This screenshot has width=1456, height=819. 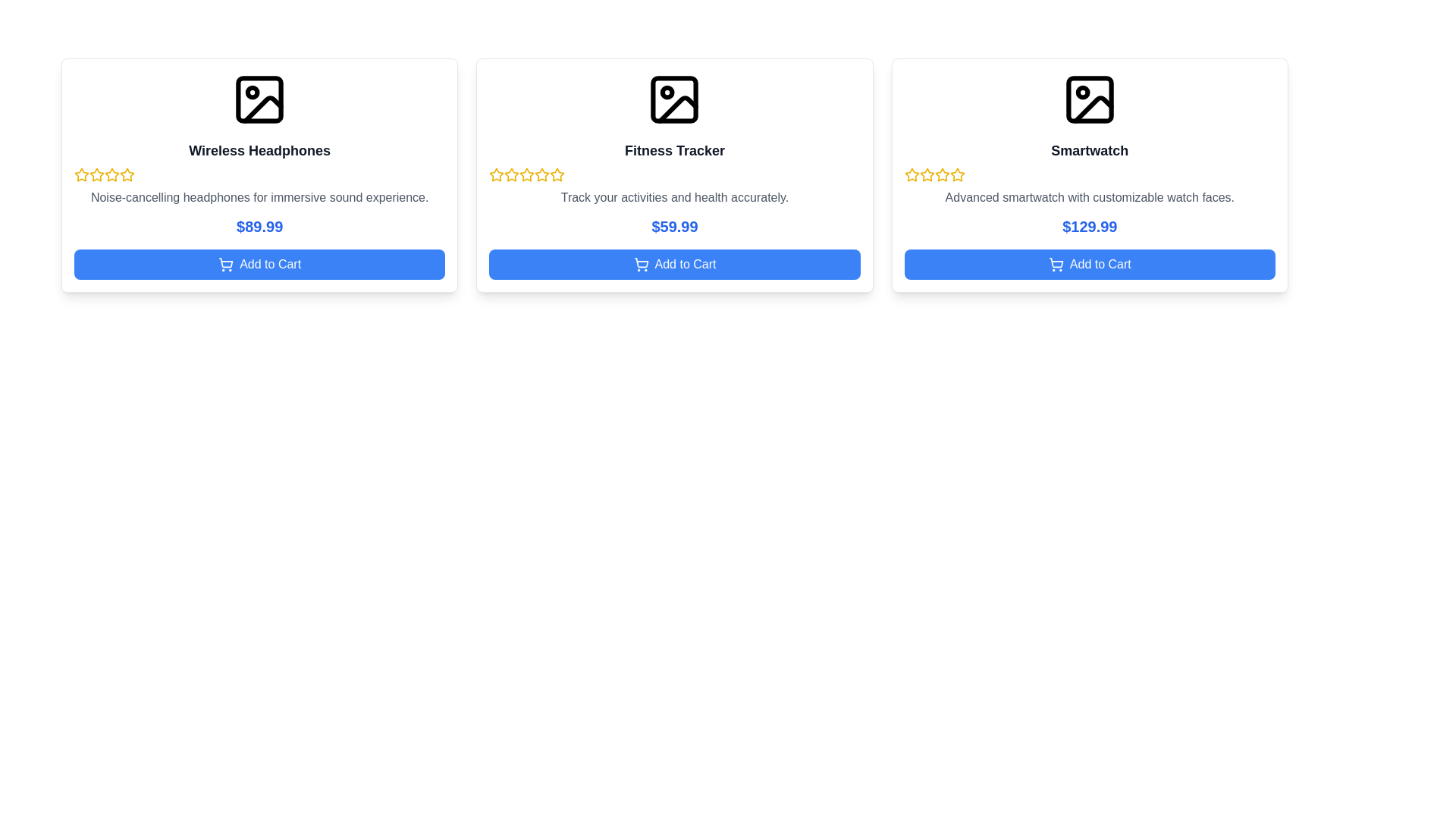 I want to click on the image placeholder icon representing the 'Smartwatch' product, which is a minimalist black and white pictorial icon with a circular shape and angular line, located at the top-center of the card in the product listing grid, so click(x=1089, y=99).